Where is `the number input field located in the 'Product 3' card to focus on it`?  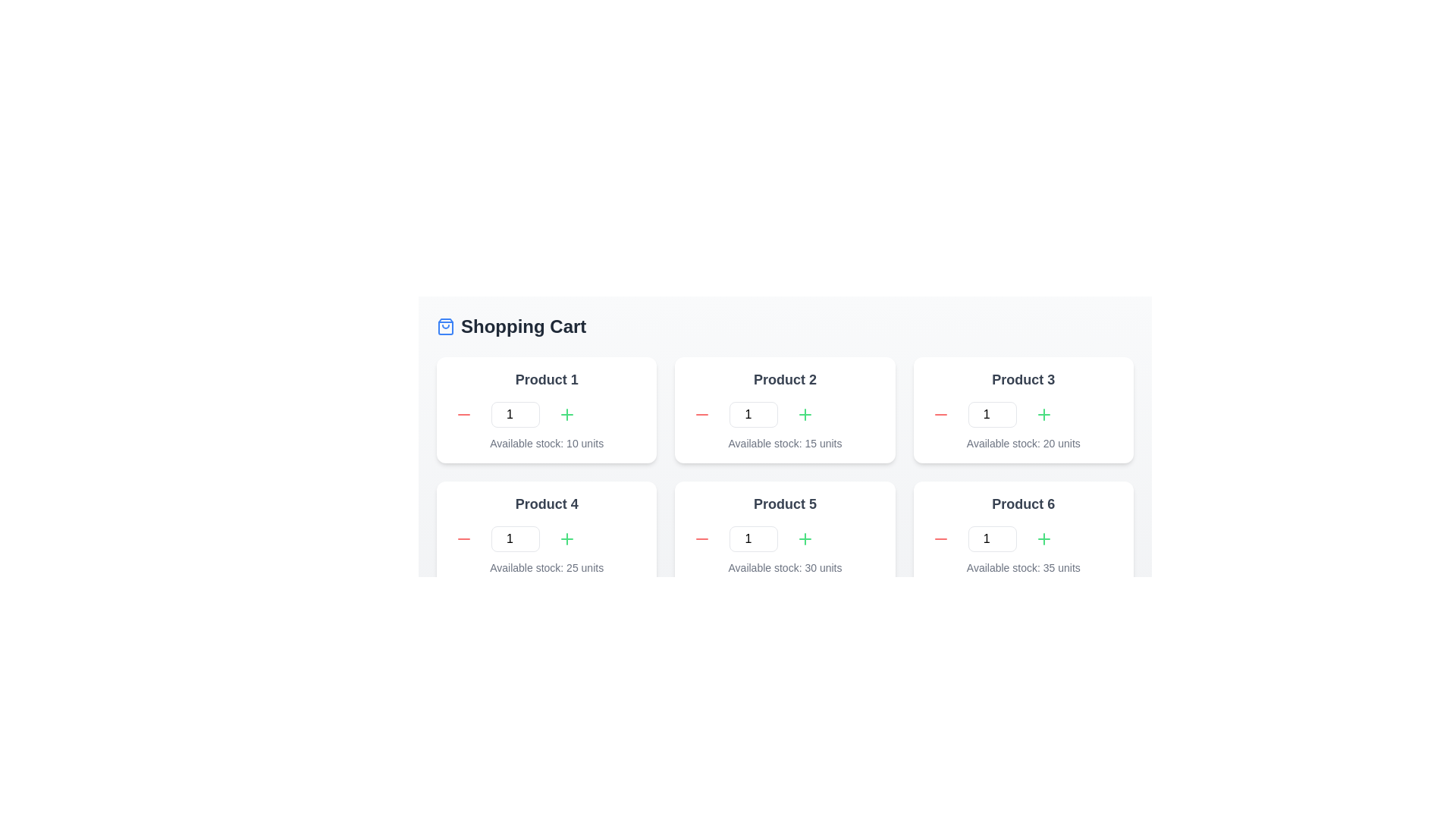
the number input field located in the 'Product 3' card to focus on it is located at coordinates (992, 415).